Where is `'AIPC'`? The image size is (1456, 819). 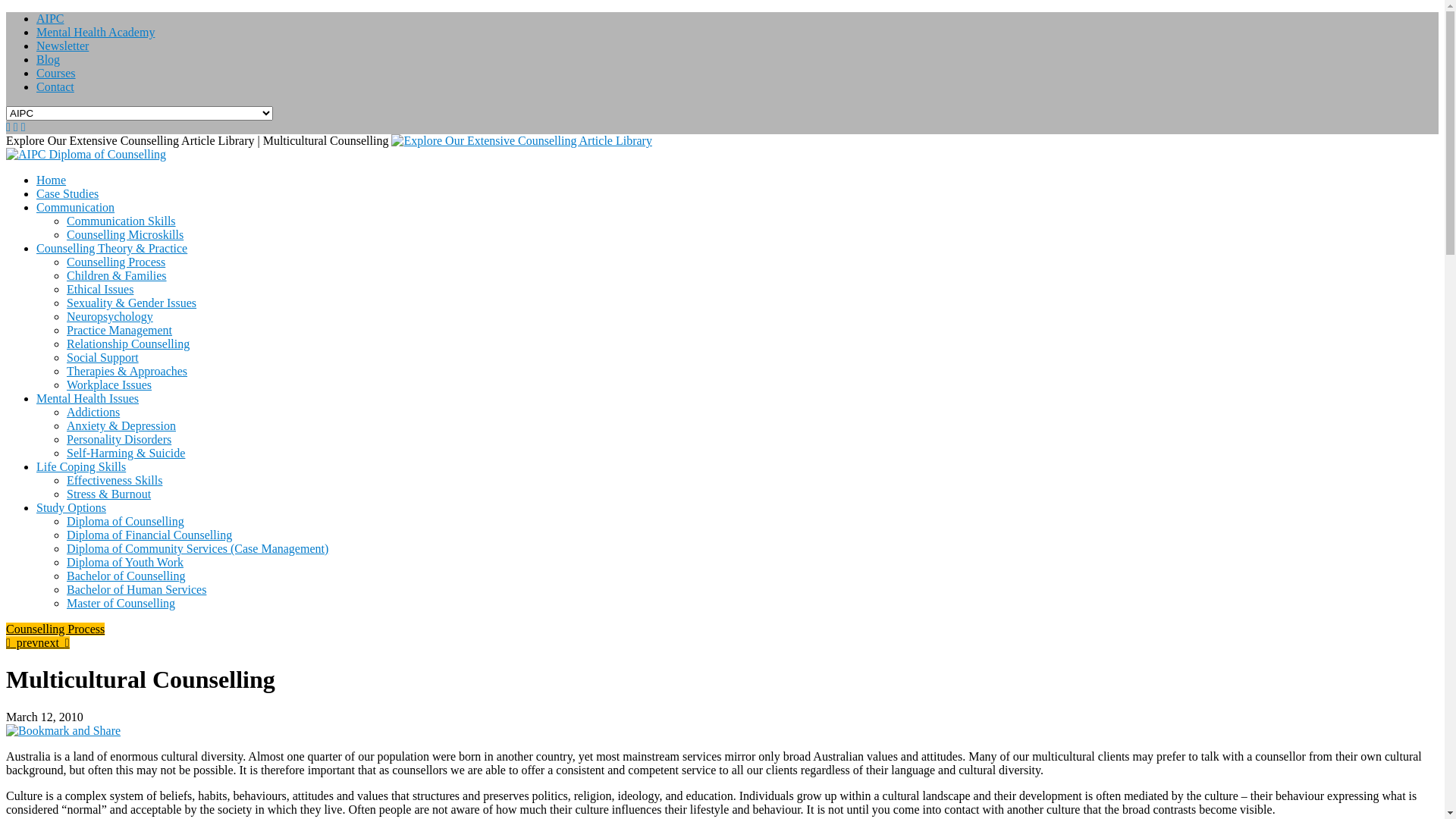 'AIPC' is located at coordinates (36, 18).